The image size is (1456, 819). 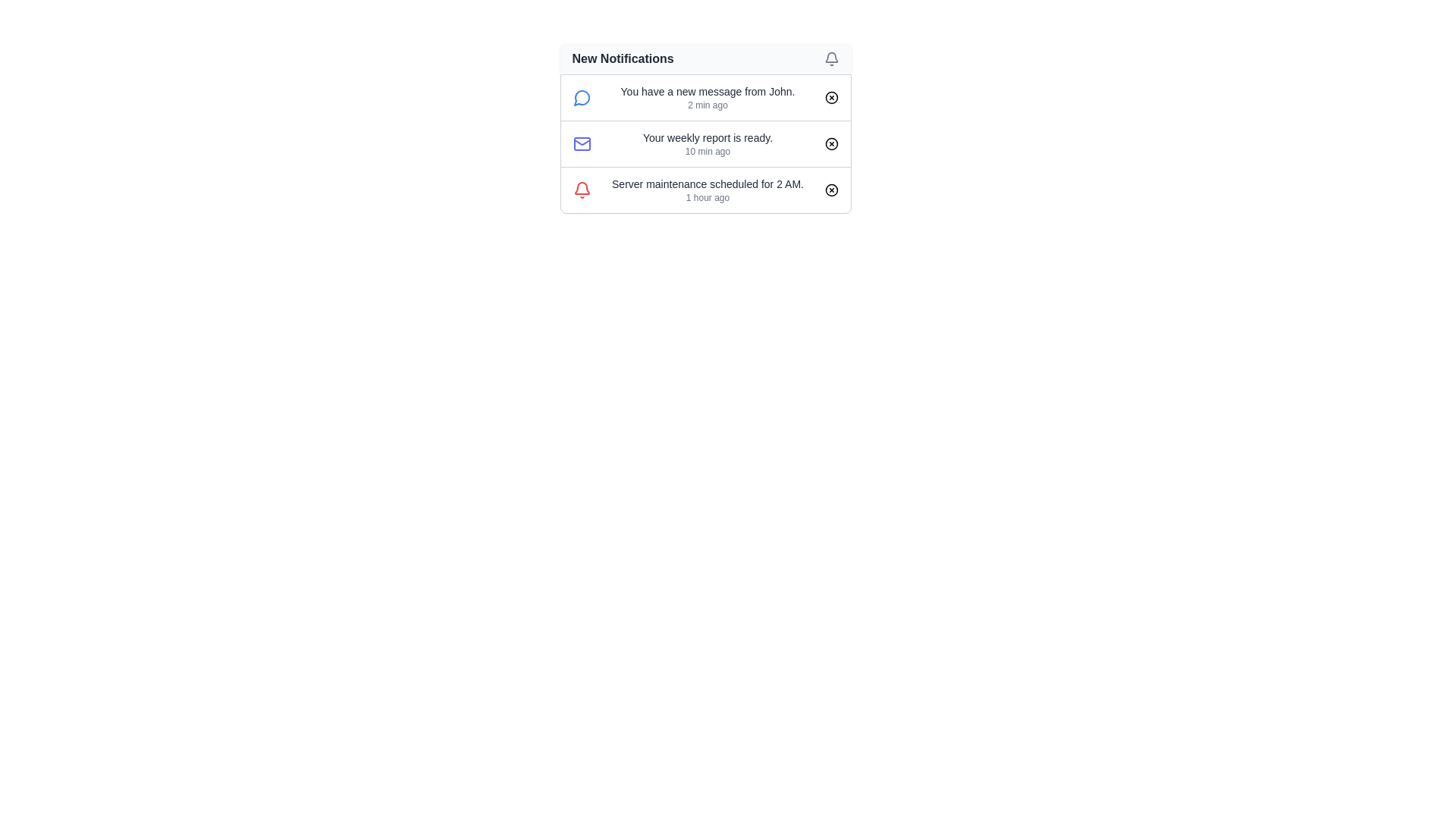 I want to click on the notification icon representing alerts or warnings, which is positioned at the leftmost side of the last row in the notification list, just before the server maintenance text, so click(x=581, y=189).